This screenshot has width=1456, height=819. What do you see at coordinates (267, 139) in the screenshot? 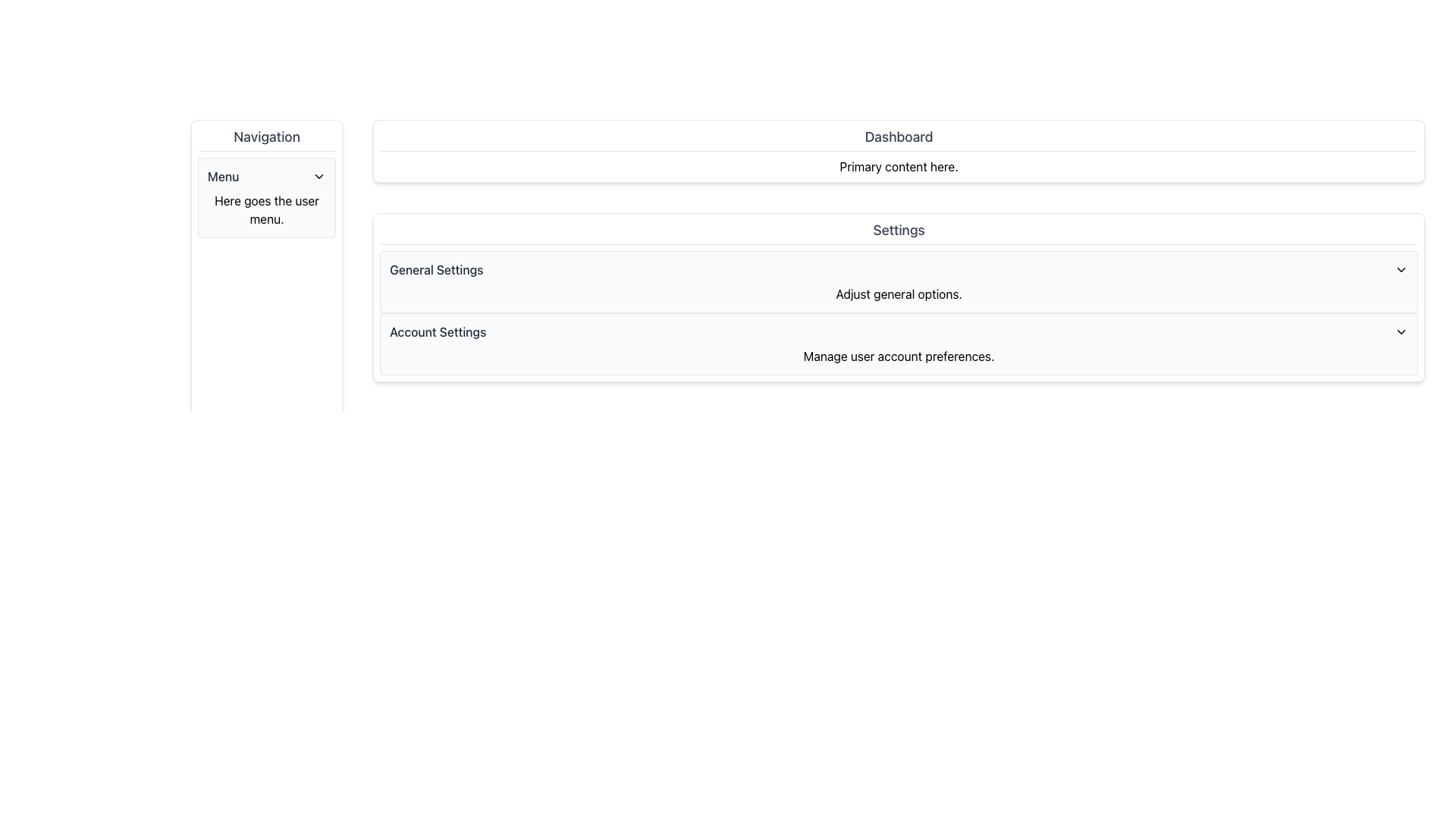
I see `title text element styled in medium-sized, bold, gray font that displays 'Navigation' located at the top of the vertical navigation panel on the left side of the interface` at bounding box center [267, 139].